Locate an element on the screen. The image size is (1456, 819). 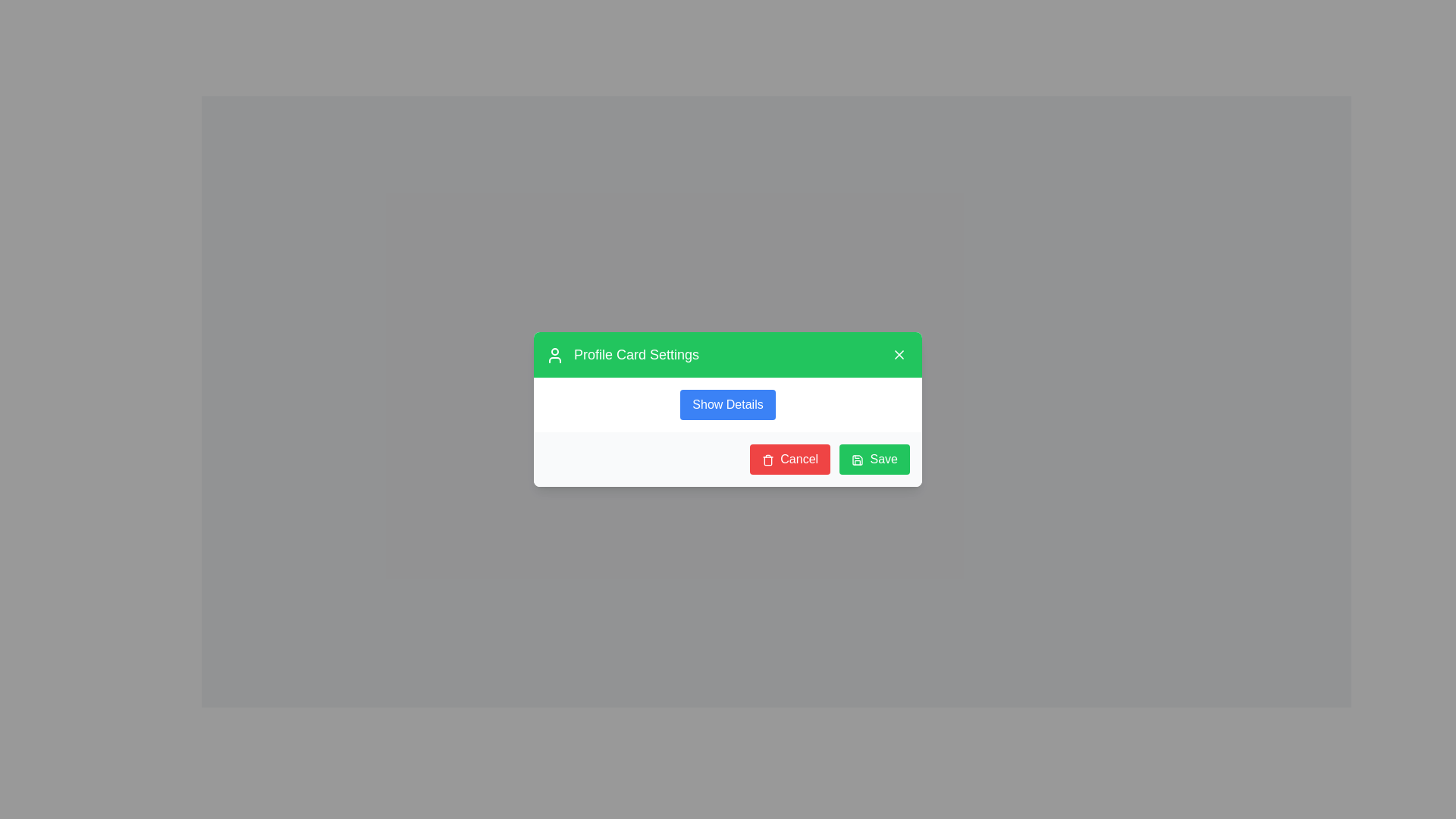
the cancel button located in the footer section of the modal dialog, positioned to the left of the green 'Save' button is located at coordinates (789, 458).